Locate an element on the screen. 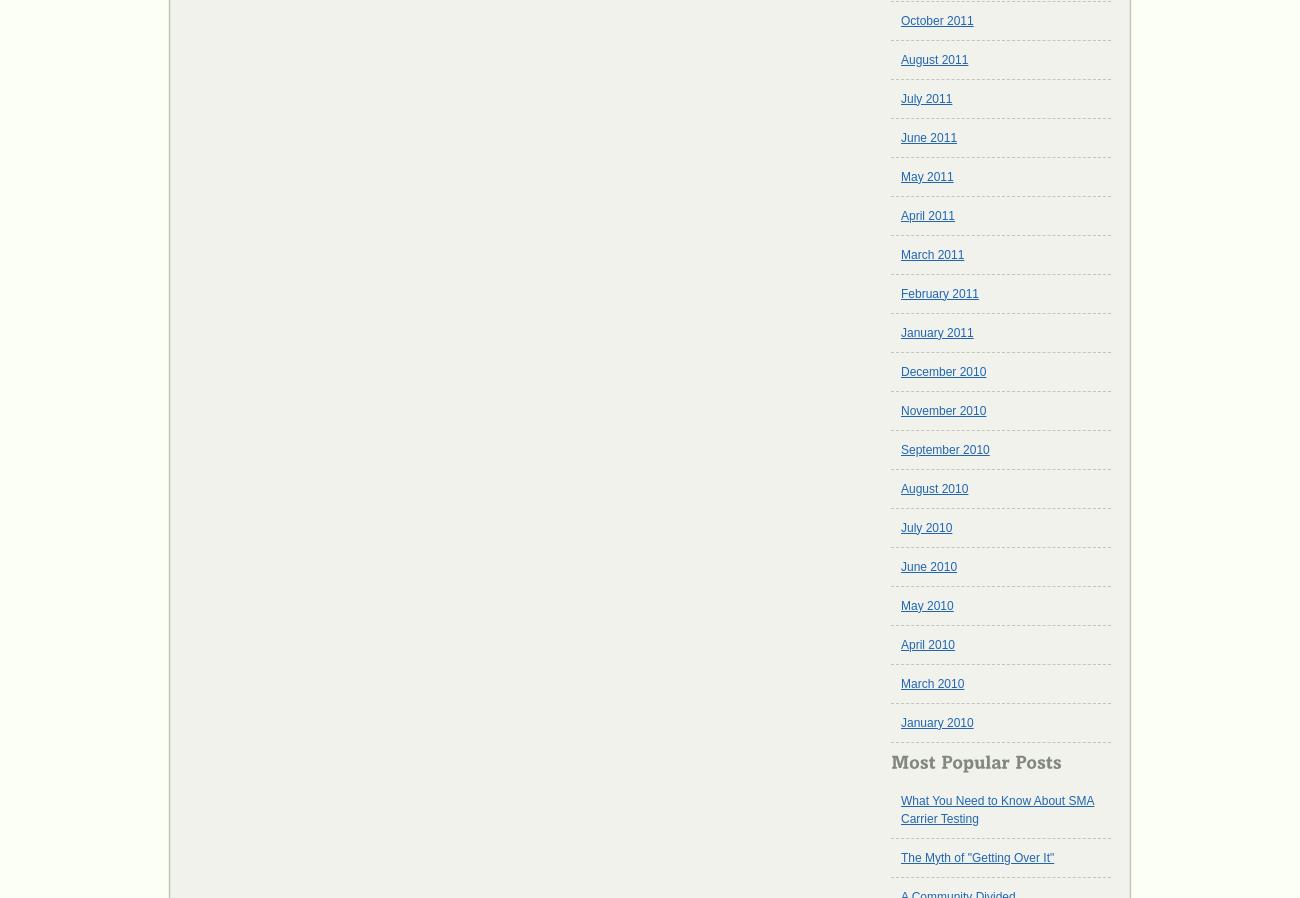 Image resolution: width=1300 pixels, height=898 pixels. 'May 2010' is located at coordinates (927, 603).